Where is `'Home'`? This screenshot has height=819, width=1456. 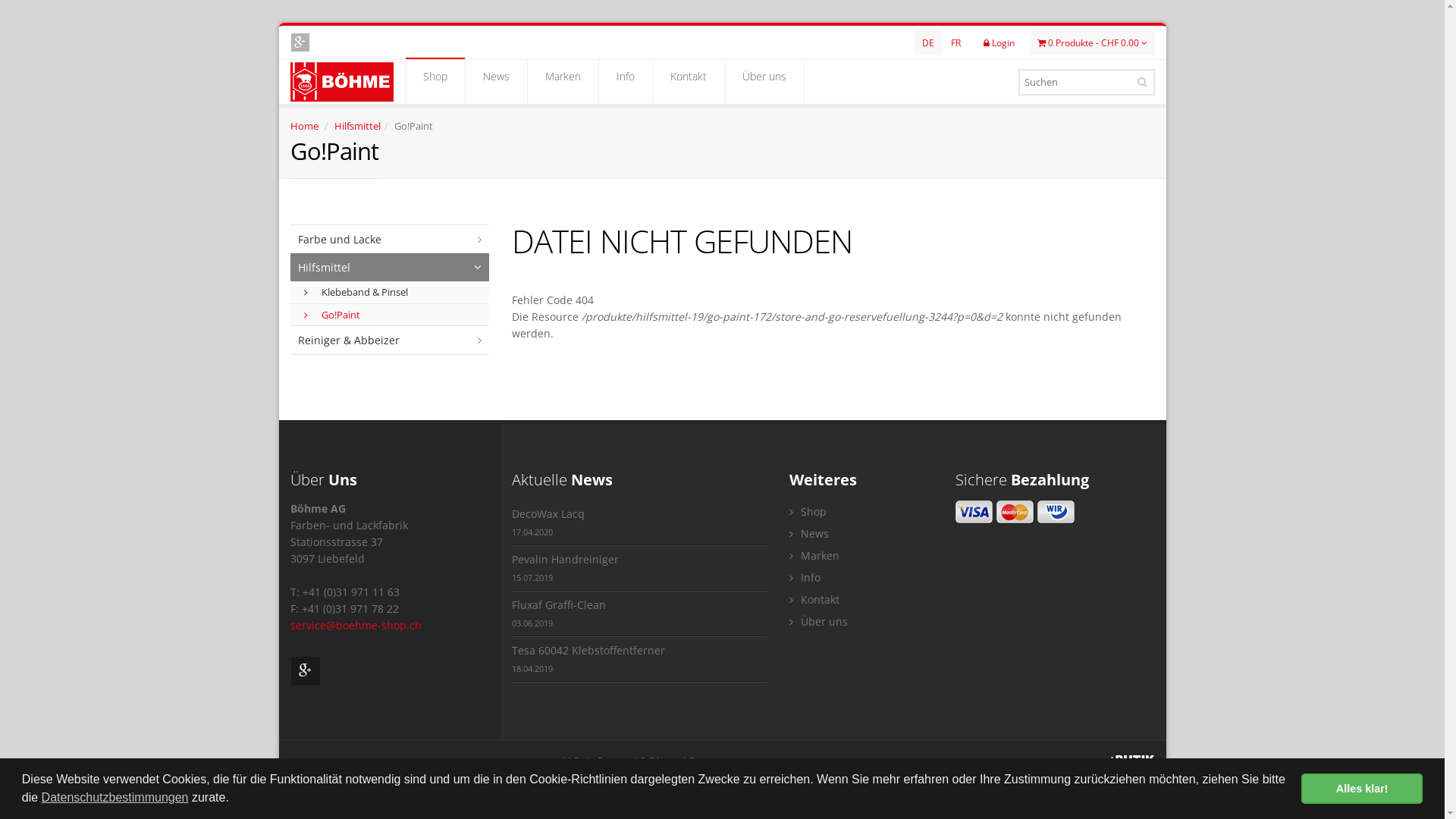
'Home' is located at coordinates (303, 124).